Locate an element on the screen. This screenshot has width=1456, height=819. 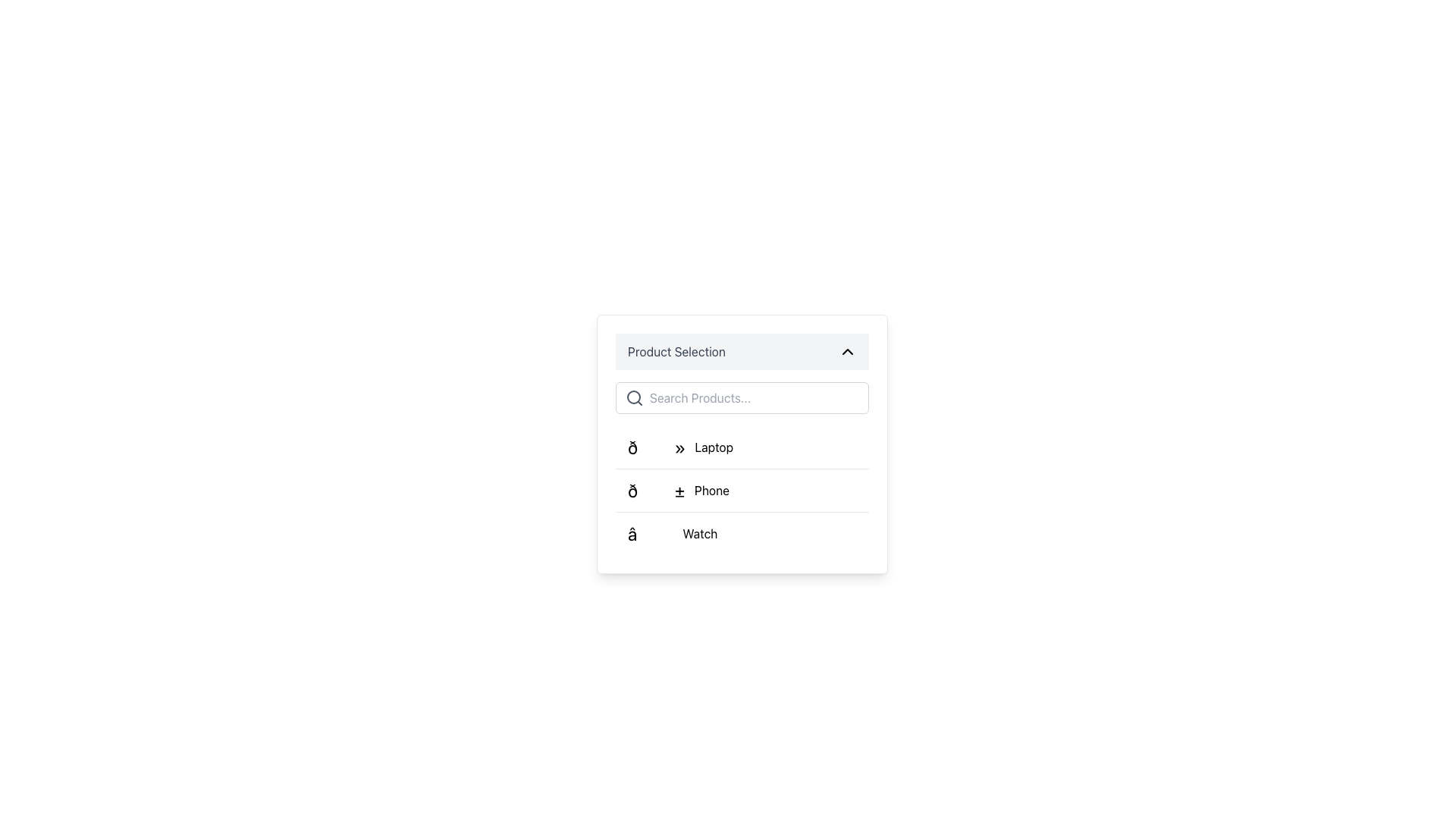
the 'Phone' text label, which is displayed in black on a white background, positioned to the right of an emoji-like icon and between 'Laptop' and 'Watch' options is located at coordinates (711, 491).